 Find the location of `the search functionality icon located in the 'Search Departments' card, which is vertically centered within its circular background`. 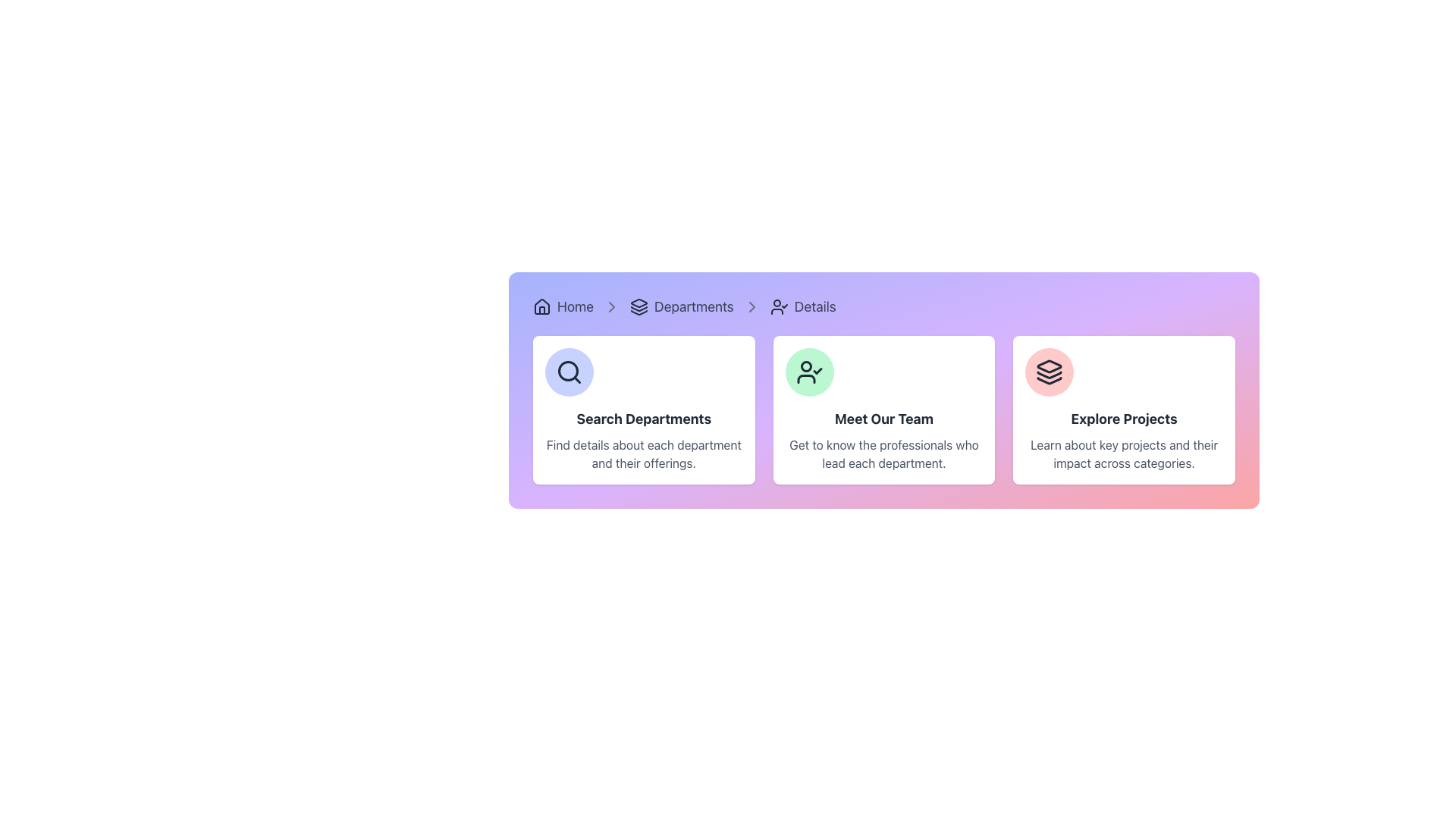

the search functionality icon located in the 'Search Departments' card, which is vertically centered within its circular background is located at coordinates (568, 372).